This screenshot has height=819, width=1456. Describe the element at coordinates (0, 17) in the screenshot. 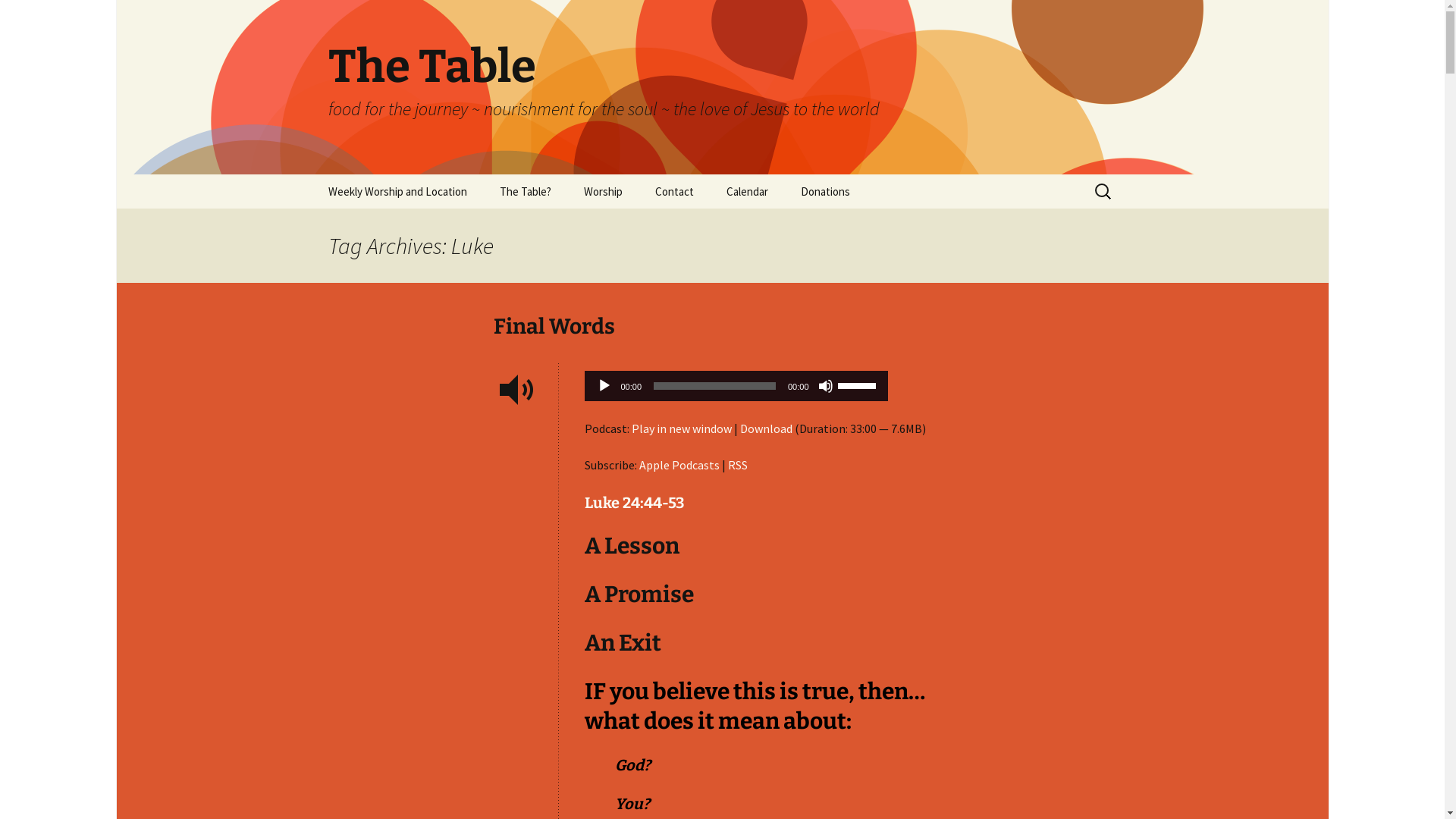

I see `'Search'` at that location.